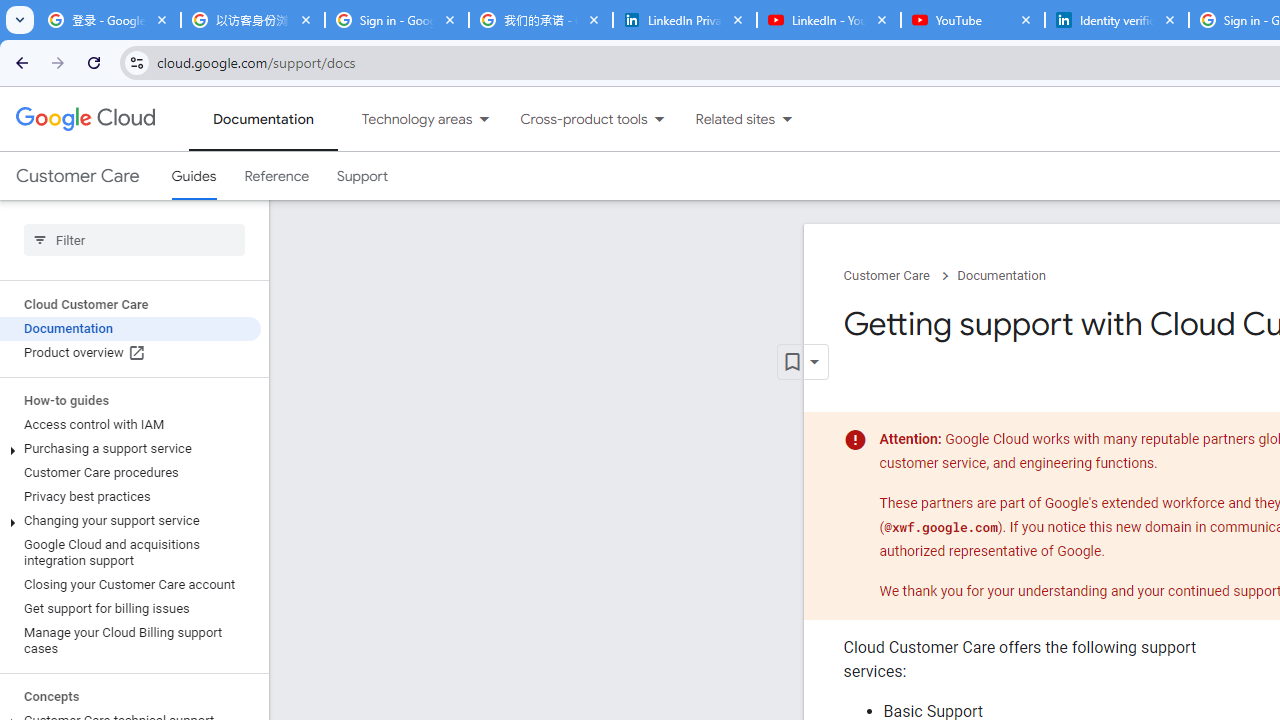 This screenshot has width=1280, height=720. What do you see at coordinates (129, 585) in the screenshot?
I see `'Closing your Customer Care account'` at bounding box center [129, 585].